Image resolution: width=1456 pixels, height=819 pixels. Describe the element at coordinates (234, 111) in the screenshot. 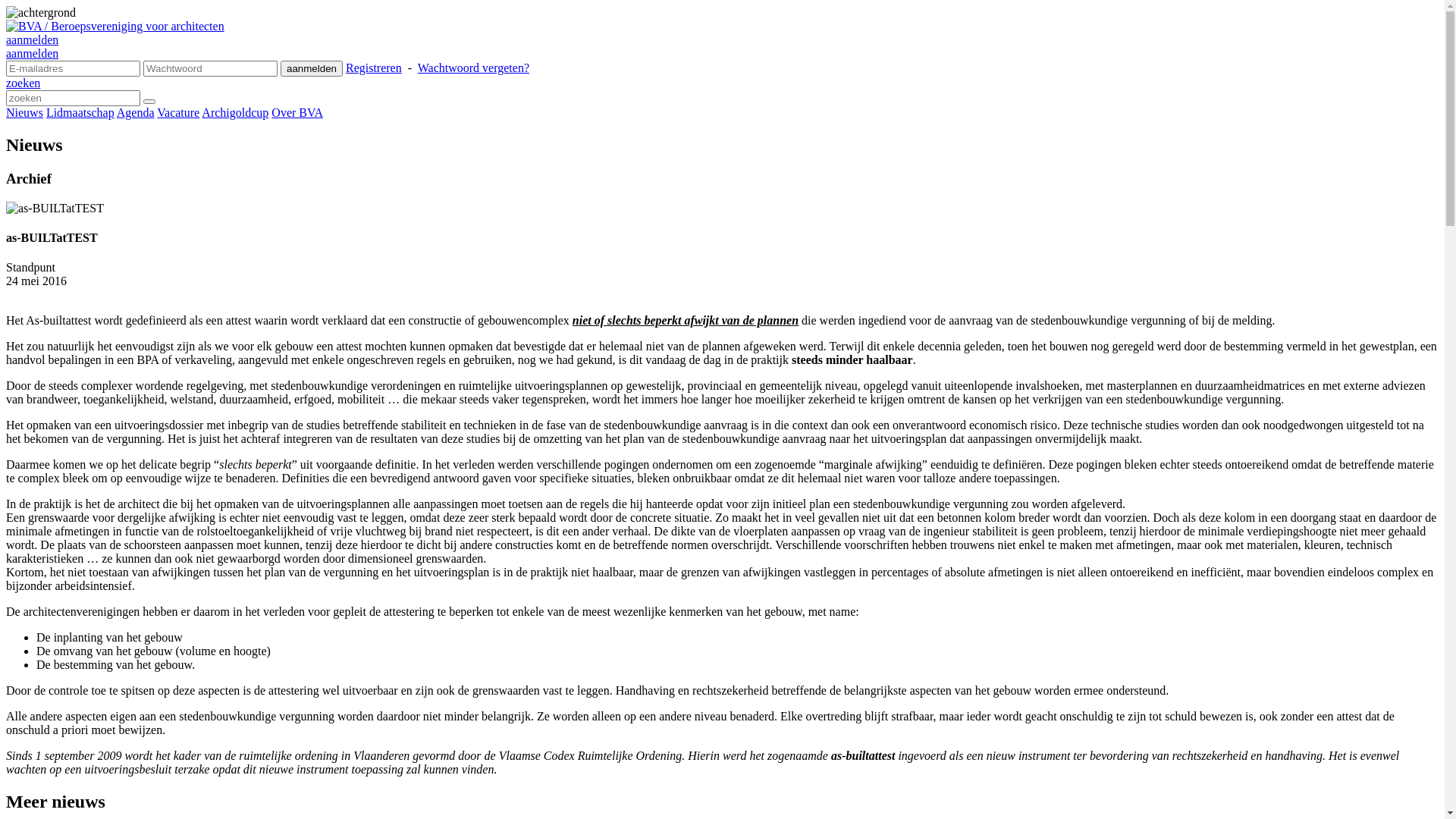

I see `'Archigoldcup'` at that location.